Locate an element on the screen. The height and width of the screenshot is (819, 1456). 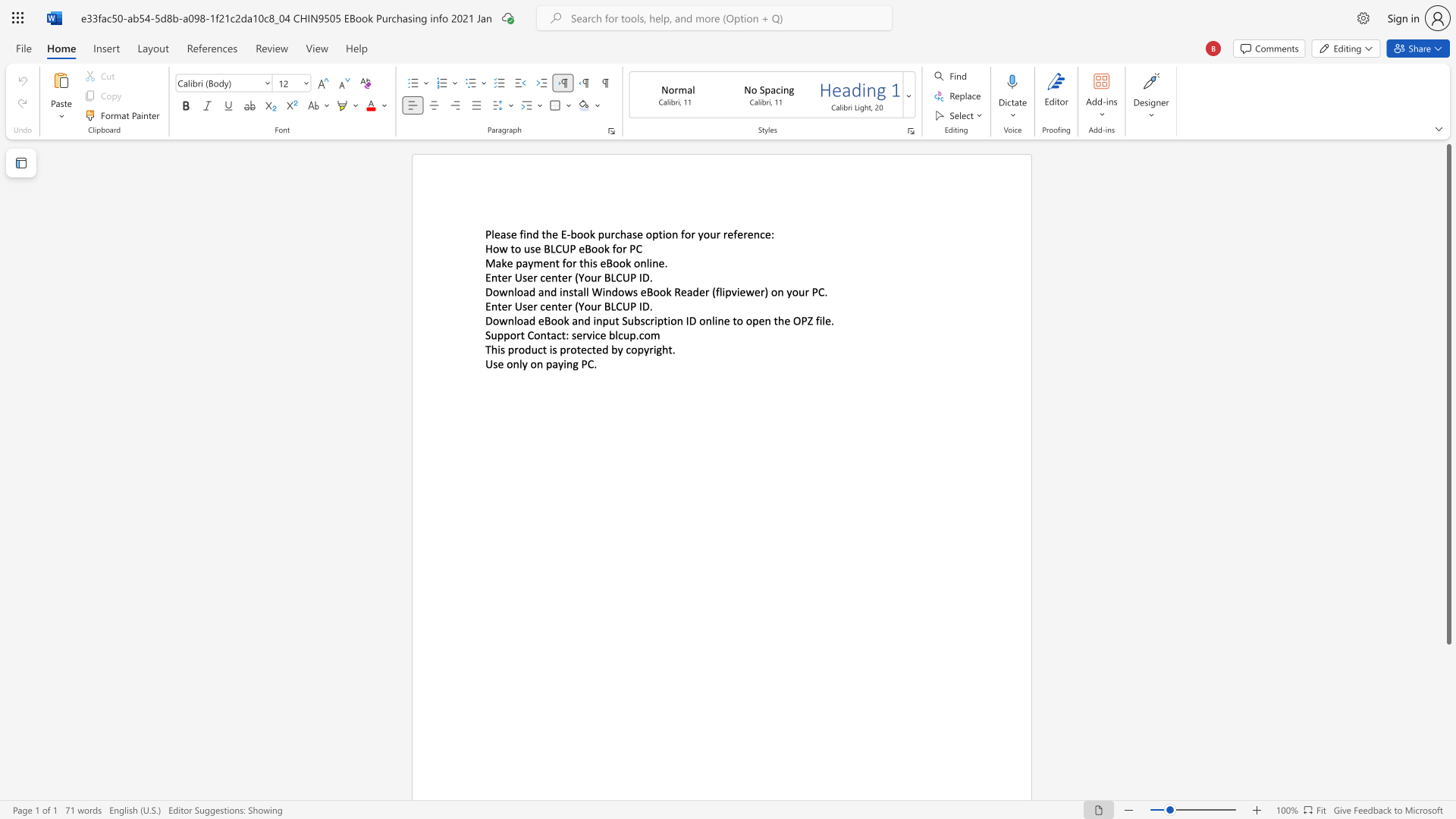
the scrollbar to scroll the page down is located at coordinates (1448, 713).